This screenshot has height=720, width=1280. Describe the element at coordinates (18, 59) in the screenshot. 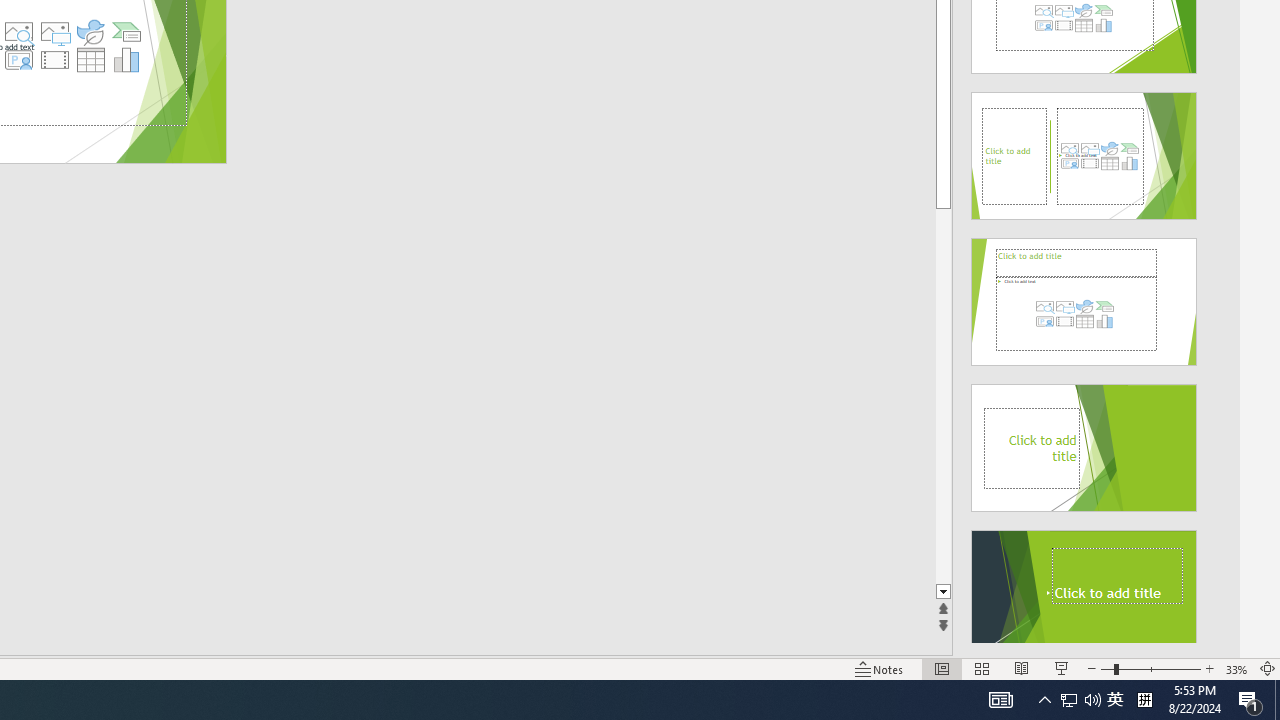

I see `'Insert Cameo'` at that location.